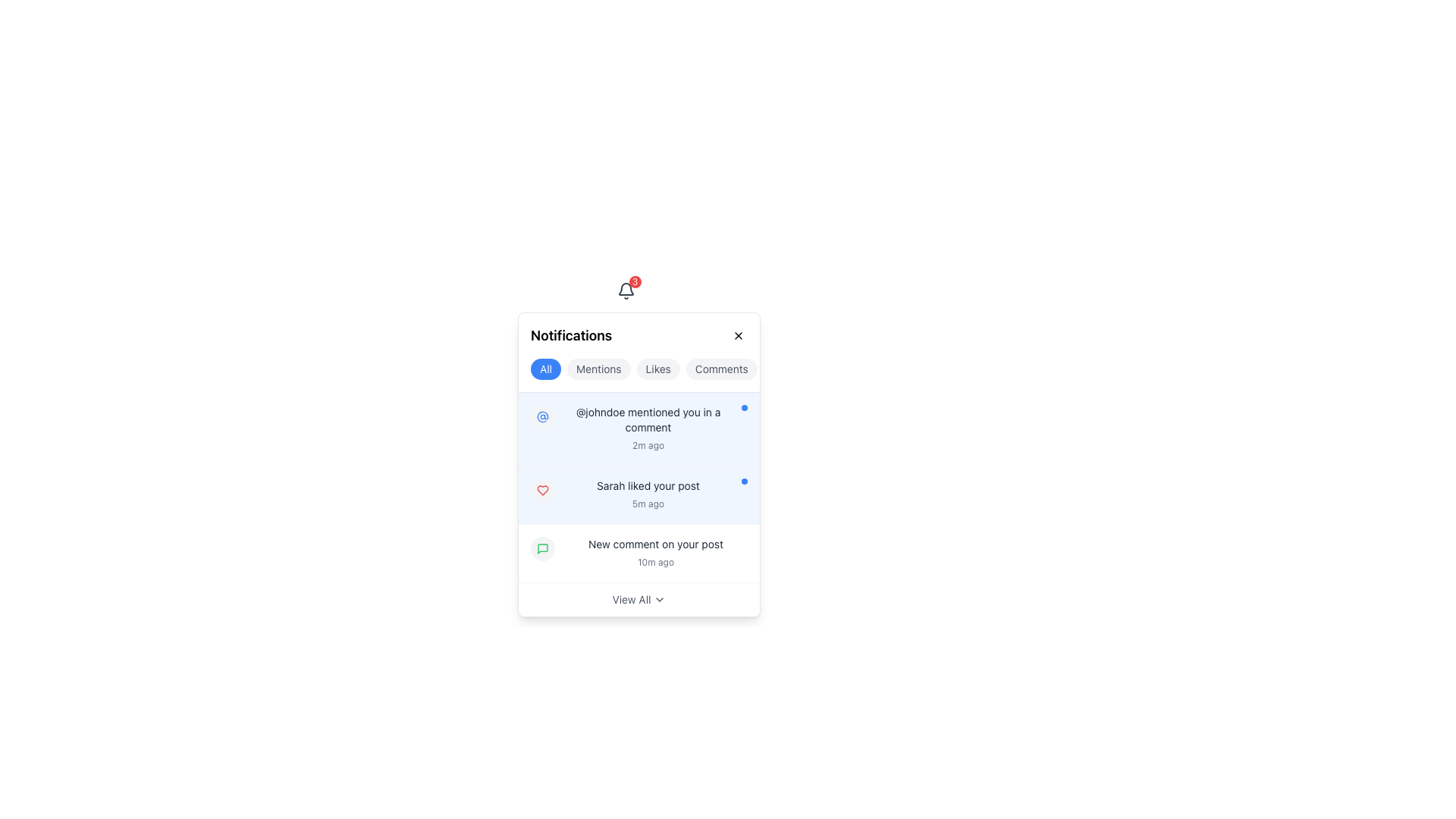  I want to click on the last notification entry which has a green message bubble icon and text indicating 'New comment on your post' and '10m ago', so click(639, 553).